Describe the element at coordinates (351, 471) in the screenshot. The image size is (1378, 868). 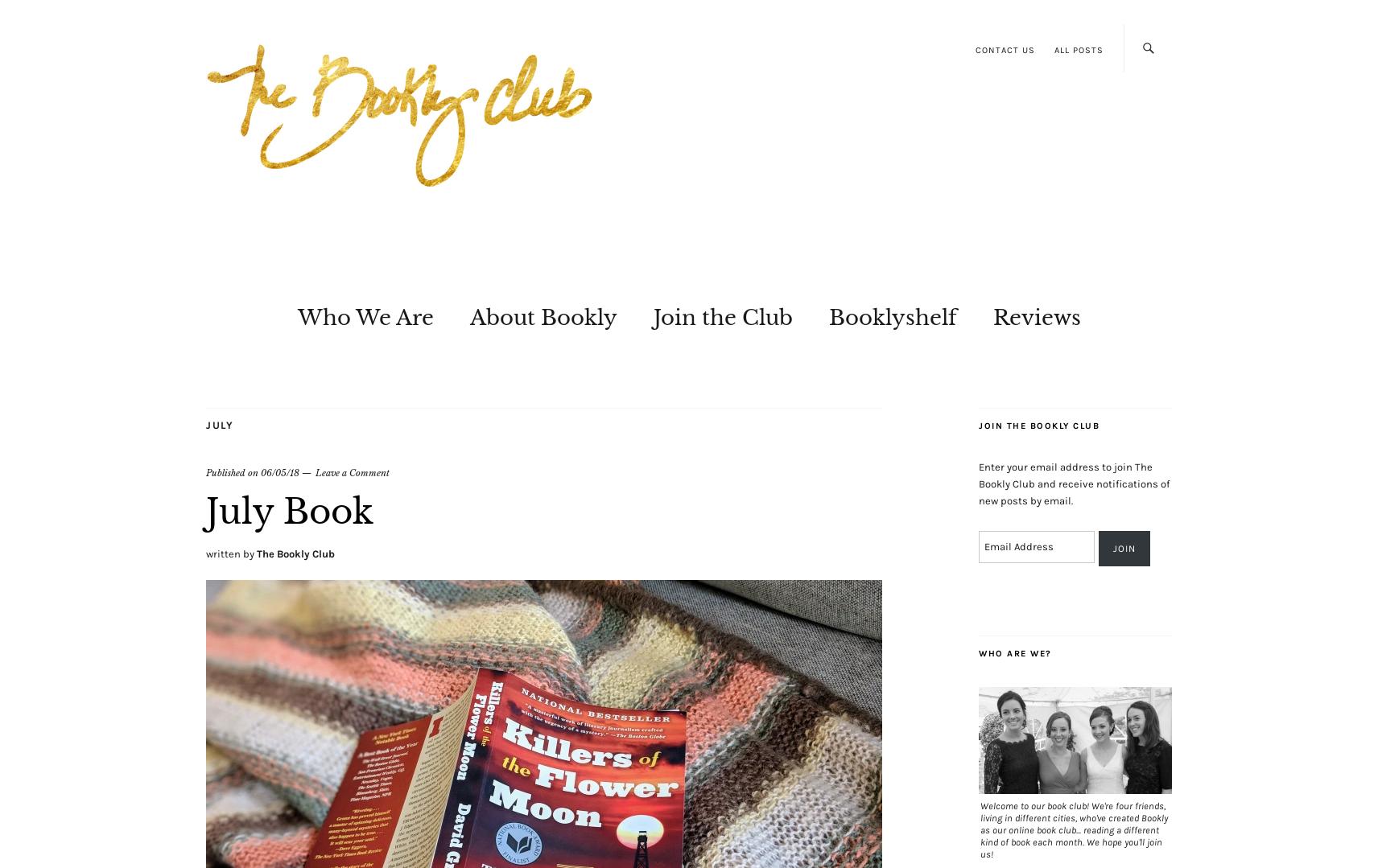
I see `'Leave a Comment'` at that location.